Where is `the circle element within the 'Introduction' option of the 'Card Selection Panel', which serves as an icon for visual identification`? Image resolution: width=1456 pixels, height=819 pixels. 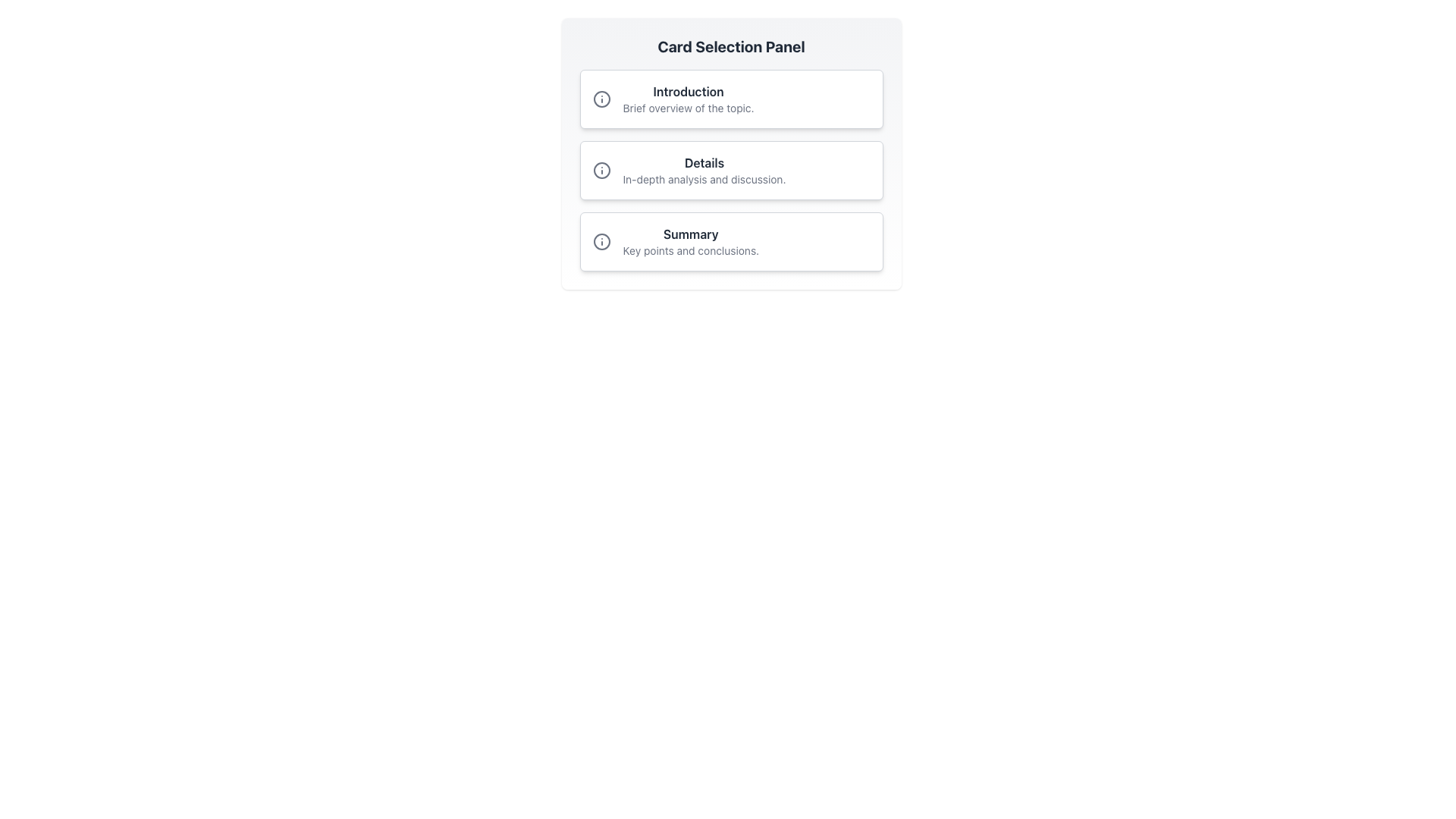
the circle element within the 'Introduction' option of the 'Card Selection Panel', which serves as an icon for visual identification is located at coordinates (601, 99).